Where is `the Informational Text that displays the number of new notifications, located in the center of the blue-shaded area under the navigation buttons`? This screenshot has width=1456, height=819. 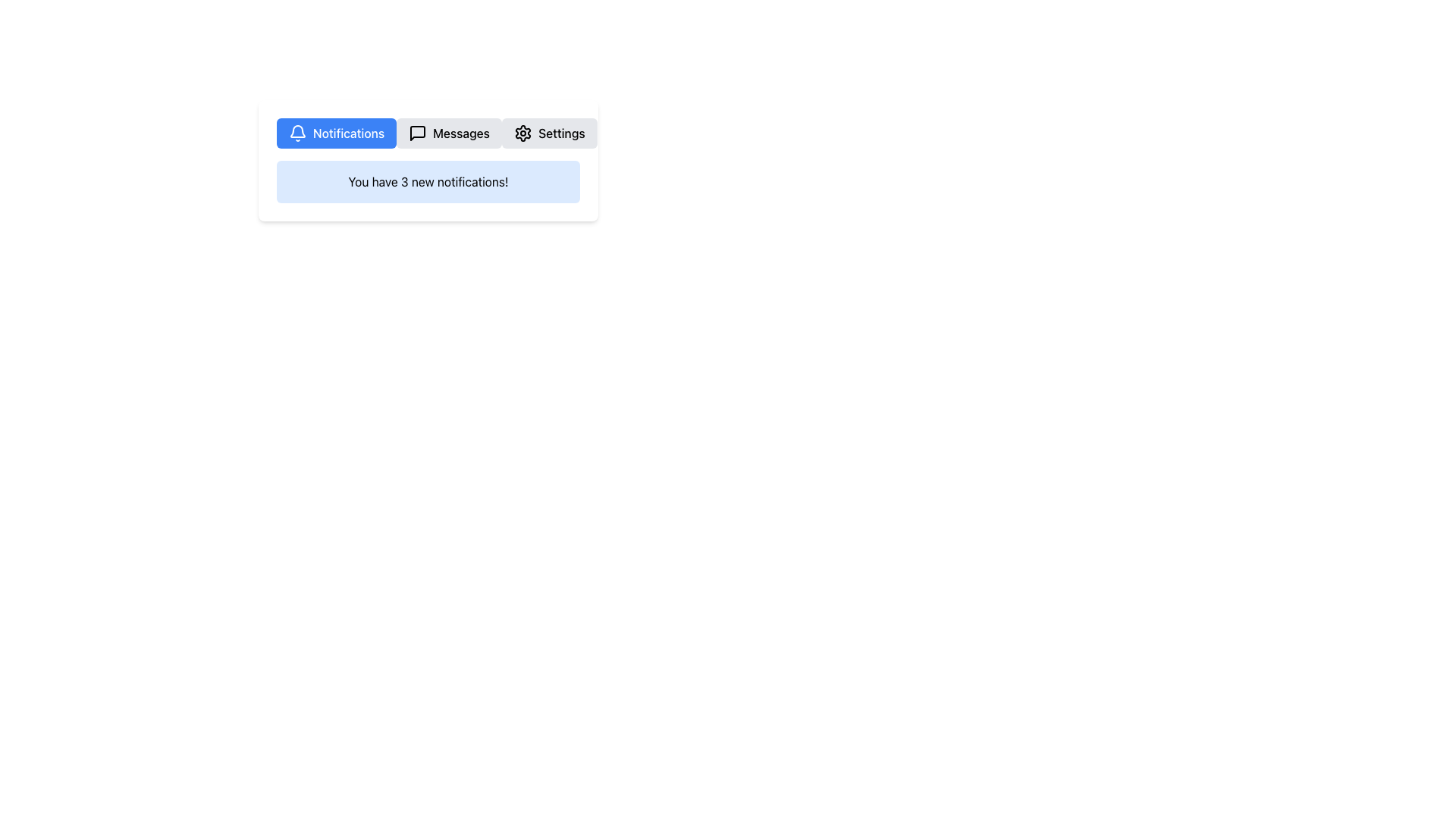
the Informational Text that displays the number of new notifications, located in the center of the blue-shaded area under the navigation buttons is located at coordinates (428, 180).